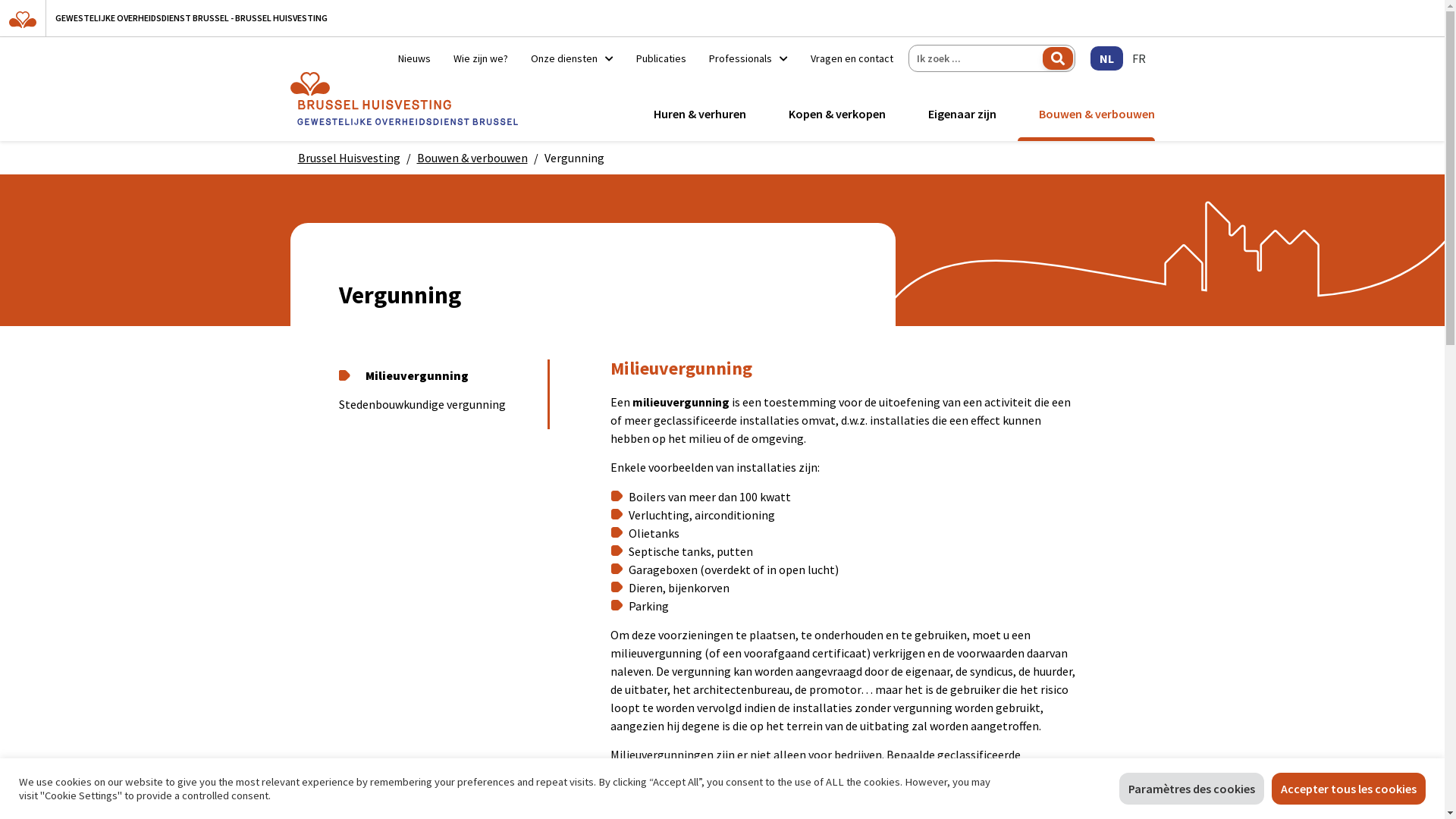 The image size is (1456, 819). What do you see at coordinates (698, 113) in the screenshot?
I see `'Huren & verhuren'` at bounding box center [698, 113].